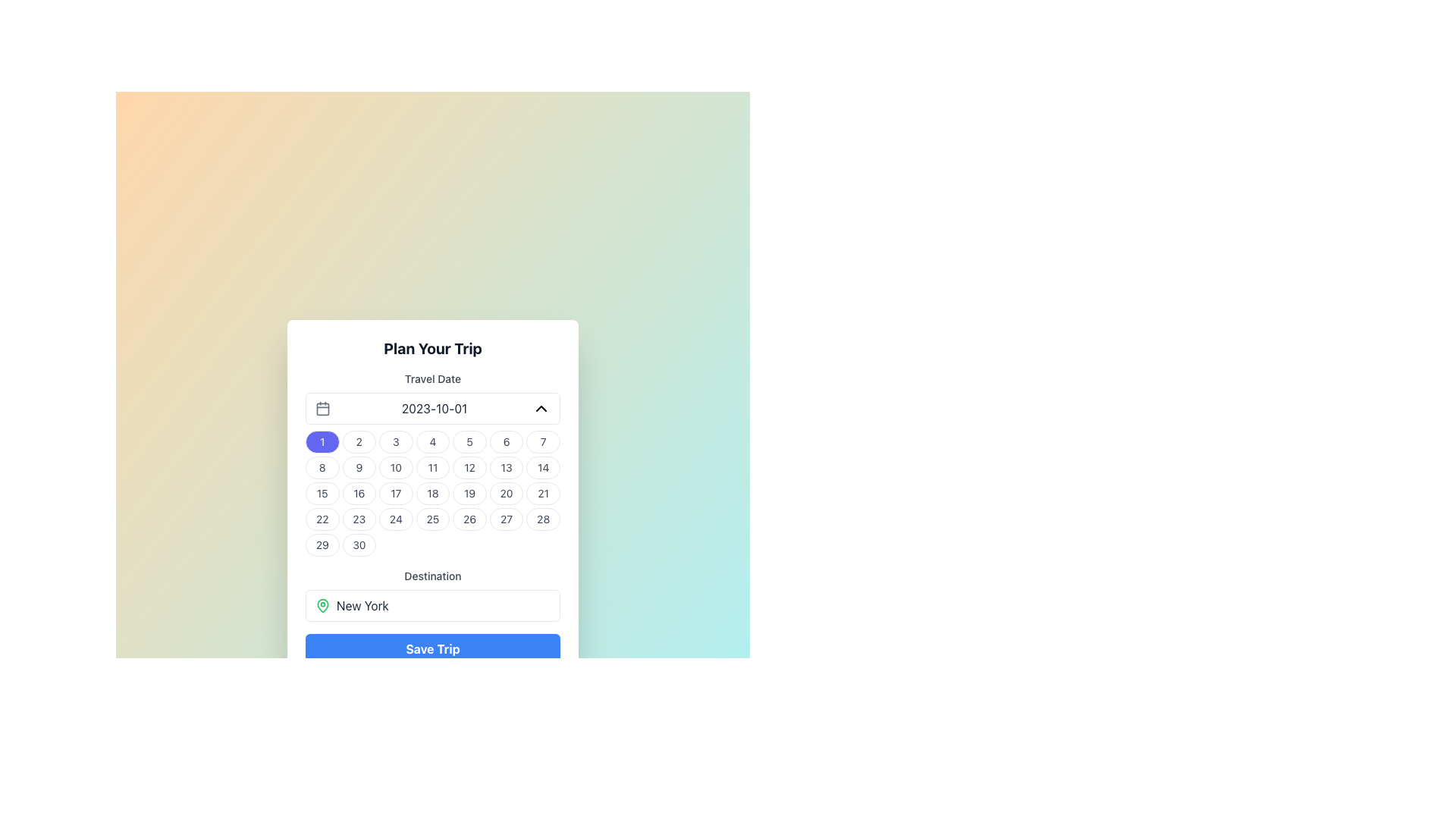 The image size is (1456, 819). I want to click on the circular button displaying the number '18' in the calendar grid, so click(432, 494).